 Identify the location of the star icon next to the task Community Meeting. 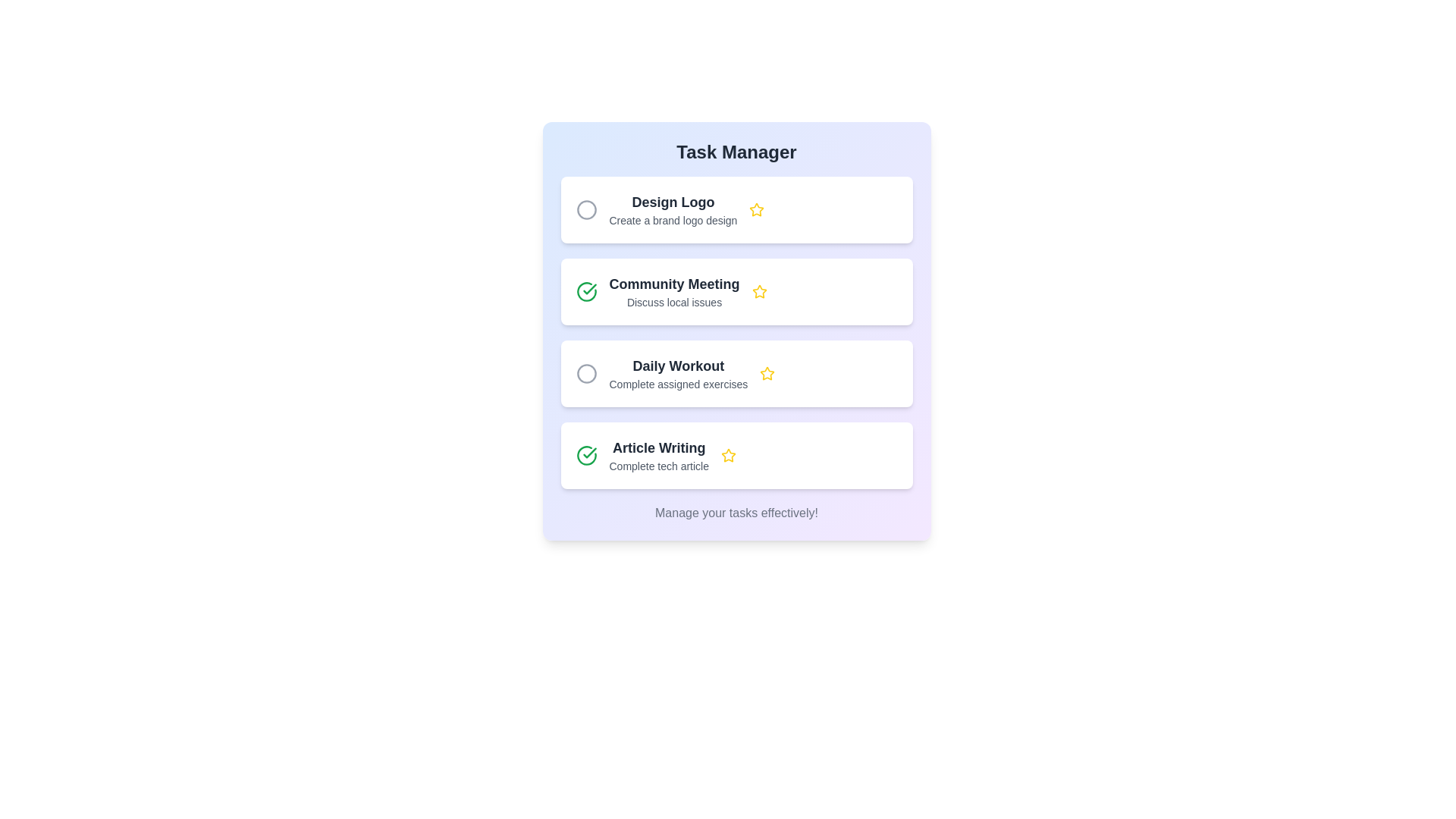
(759, 292).